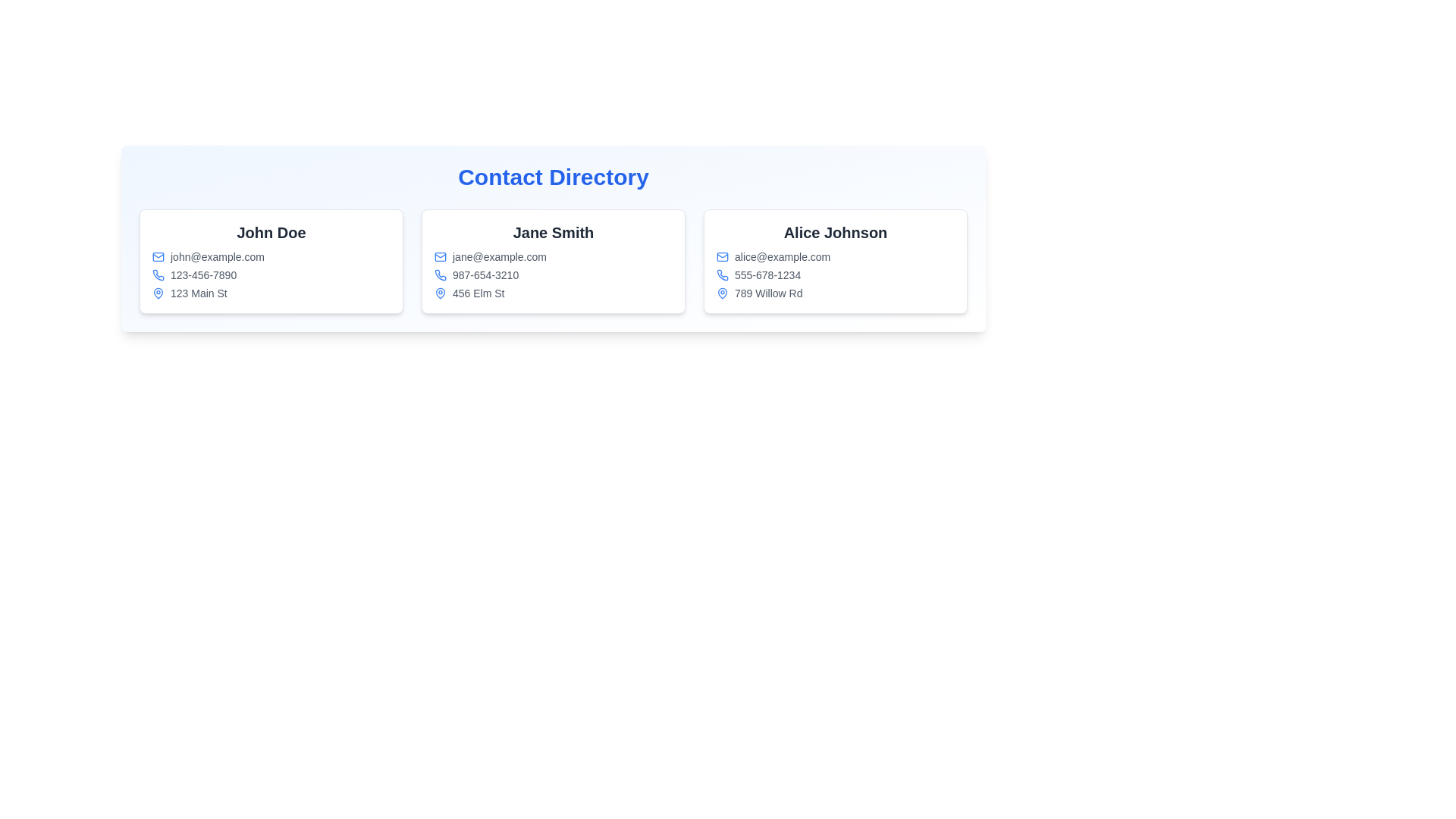 The width and height of the screenshot is (1456, 819). I want to click on the blue phone icon located to the left of the phone number '555-678-1234' under the contact information card for 'Alice Johnson' in the third column of the contact directory, so click(722, 275).